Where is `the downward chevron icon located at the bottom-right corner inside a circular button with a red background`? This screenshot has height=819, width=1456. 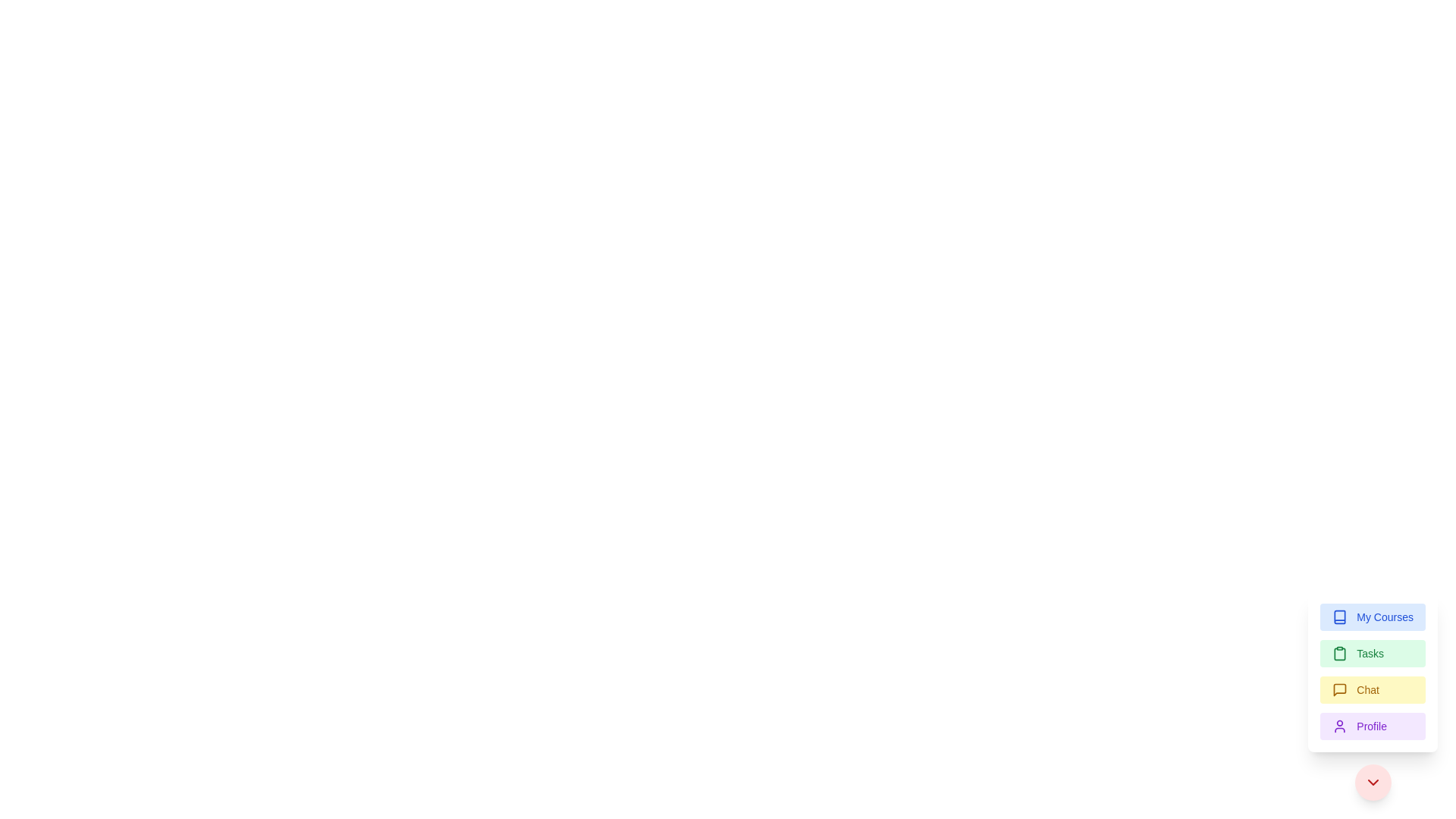
the downward chevron icon located at the bottom-right corner inside a circular button with a red background is located at coordinates (1373, 783).